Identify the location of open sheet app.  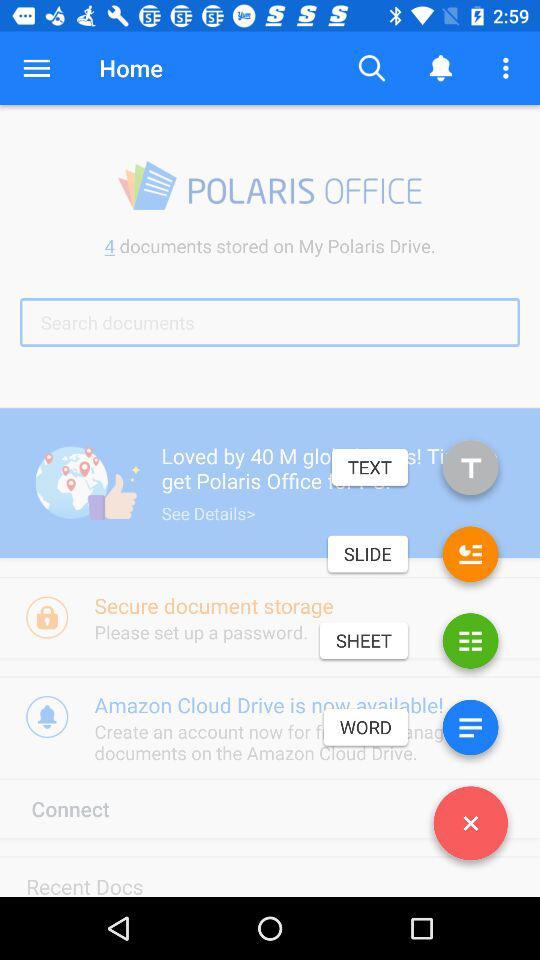
(470, 644).